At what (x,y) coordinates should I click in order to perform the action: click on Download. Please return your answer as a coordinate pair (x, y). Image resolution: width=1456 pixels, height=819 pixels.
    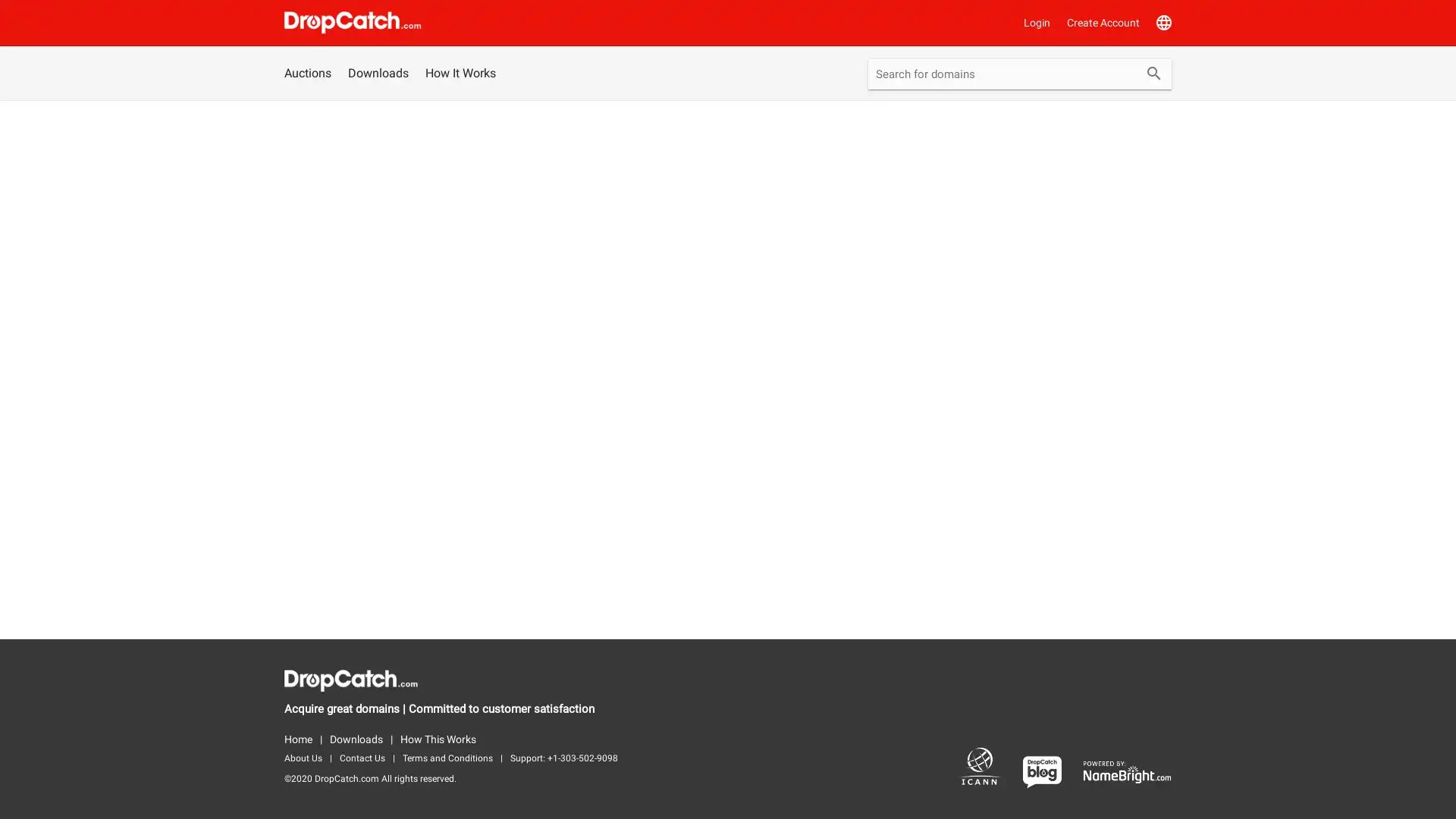
    Looking at the image, I should click on (789, 447).